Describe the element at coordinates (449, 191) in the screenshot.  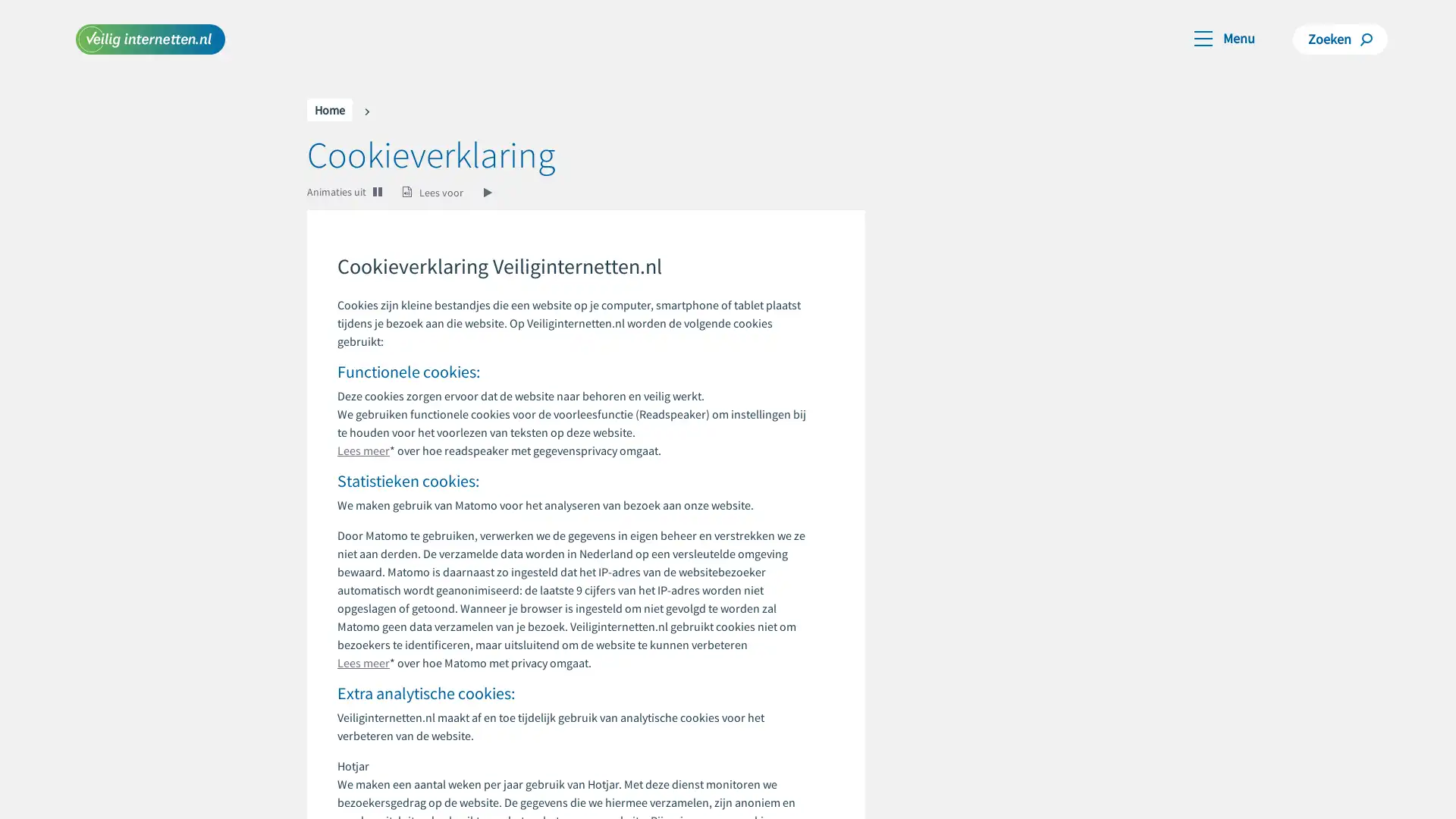
I see `Lees voor` at that location.